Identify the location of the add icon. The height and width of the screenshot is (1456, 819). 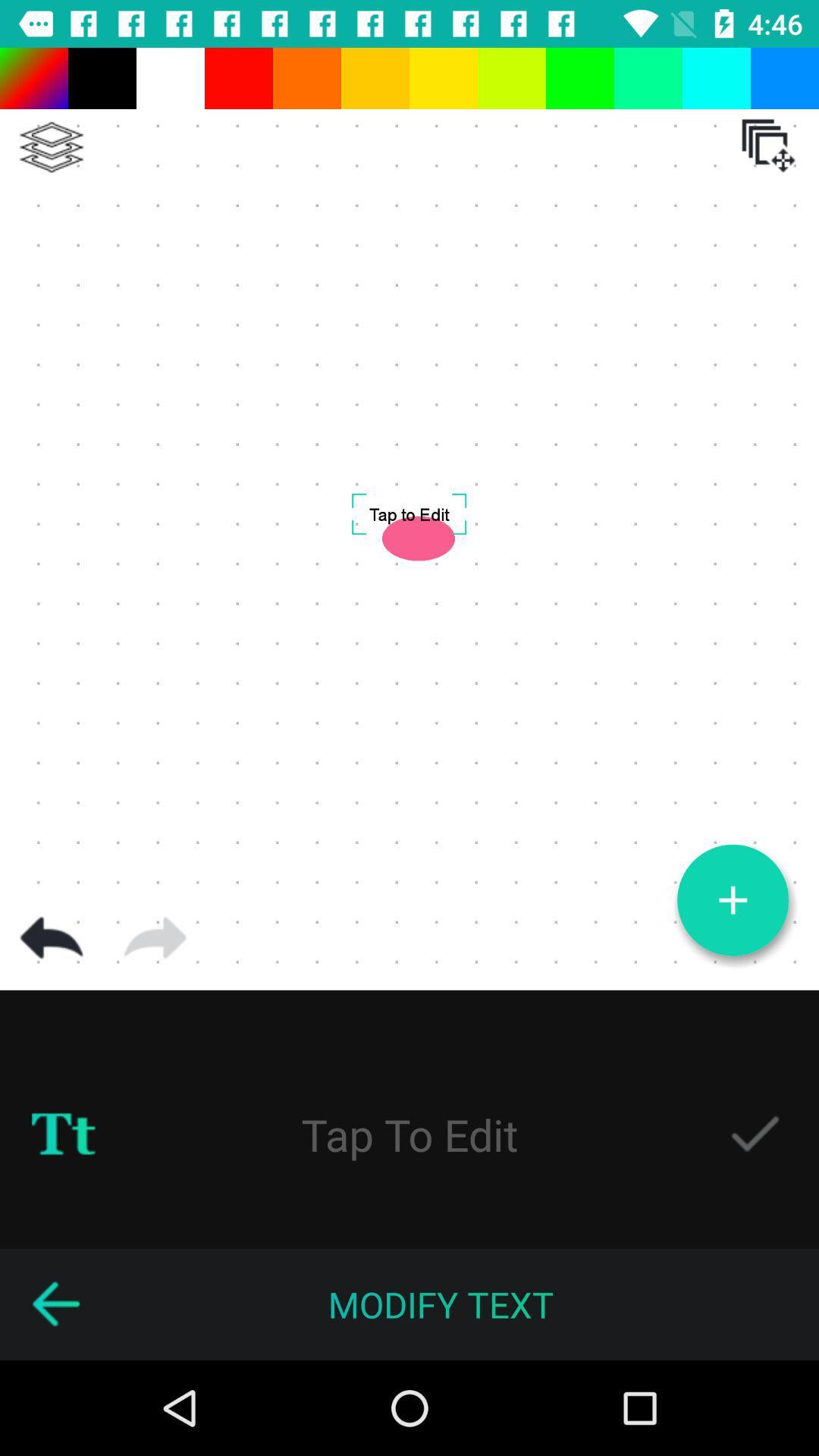
(732, 900).